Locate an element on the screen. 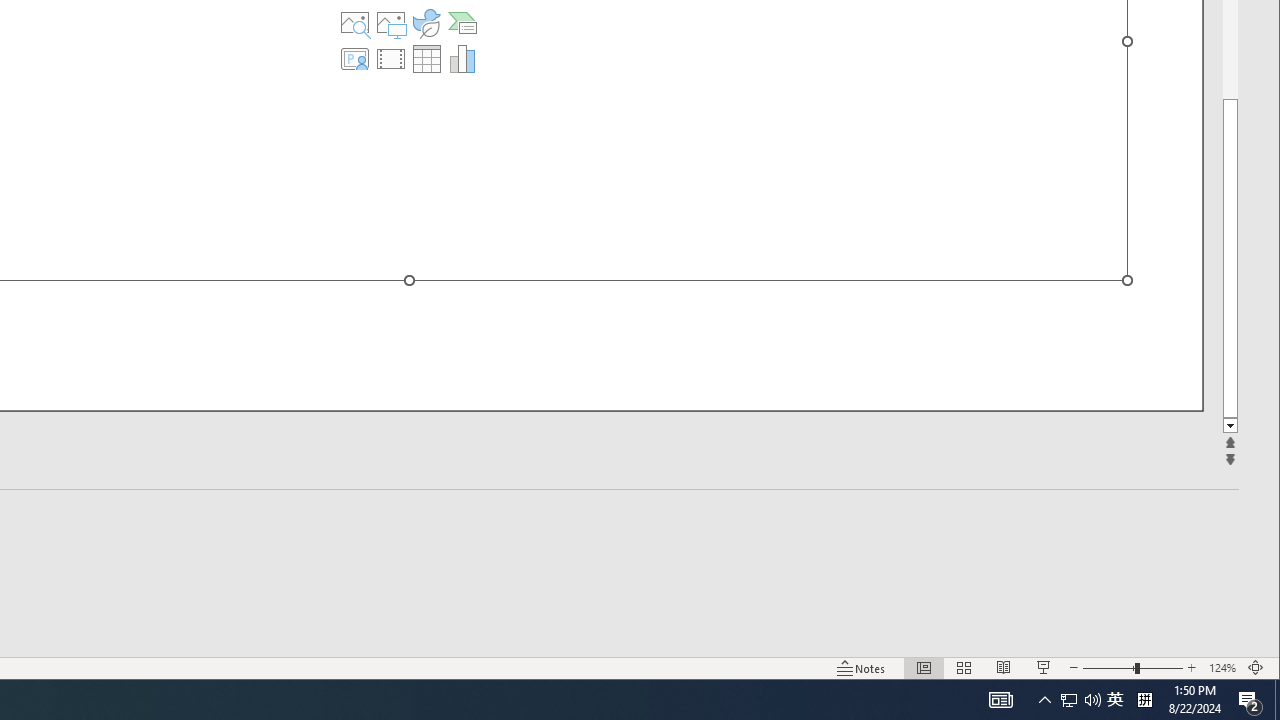  'Insert Cameo' is located at coordinates (355, 58).